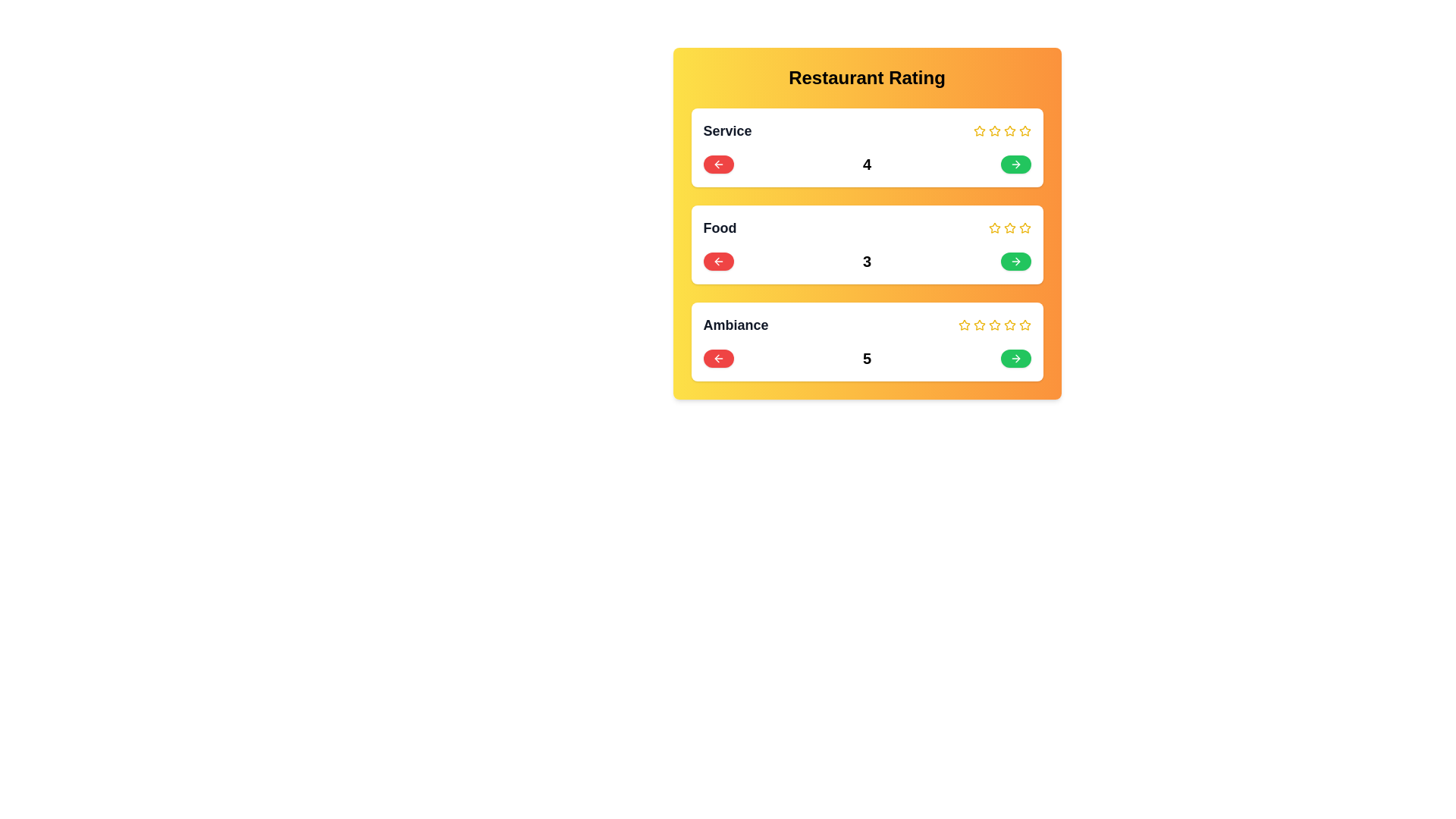 This screenshot has width=1456, height=819. I want to click on the rightmost button in the 'Food' rating section for keyboard interactions, so click(1015, 260).